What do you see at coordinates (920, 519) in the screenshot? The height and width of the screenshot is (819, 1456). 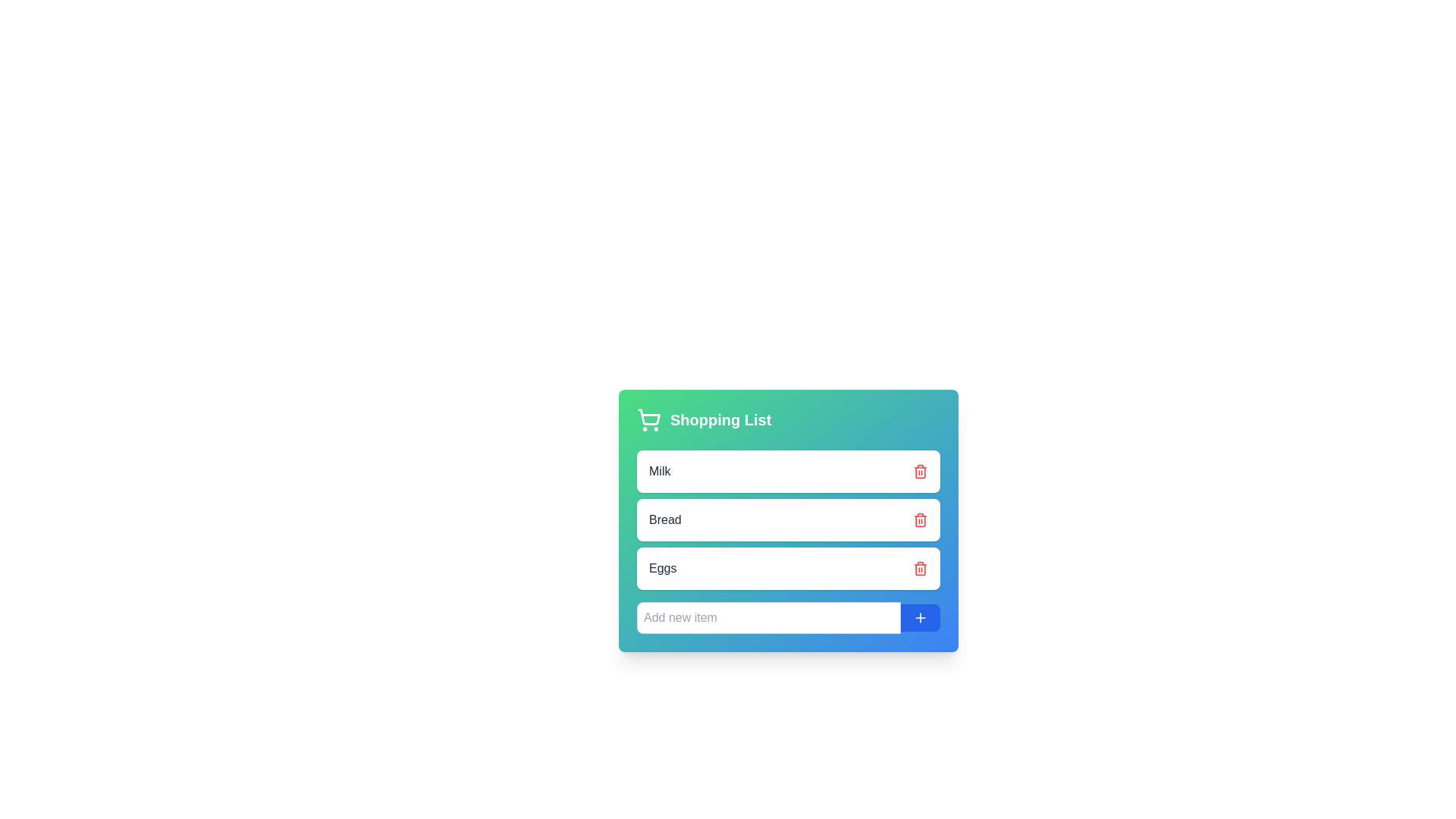 I see `the delete icon located to the right of the 'Bread' entry in the shopping list to observe the hover effects` at bounding box center [920, 519].